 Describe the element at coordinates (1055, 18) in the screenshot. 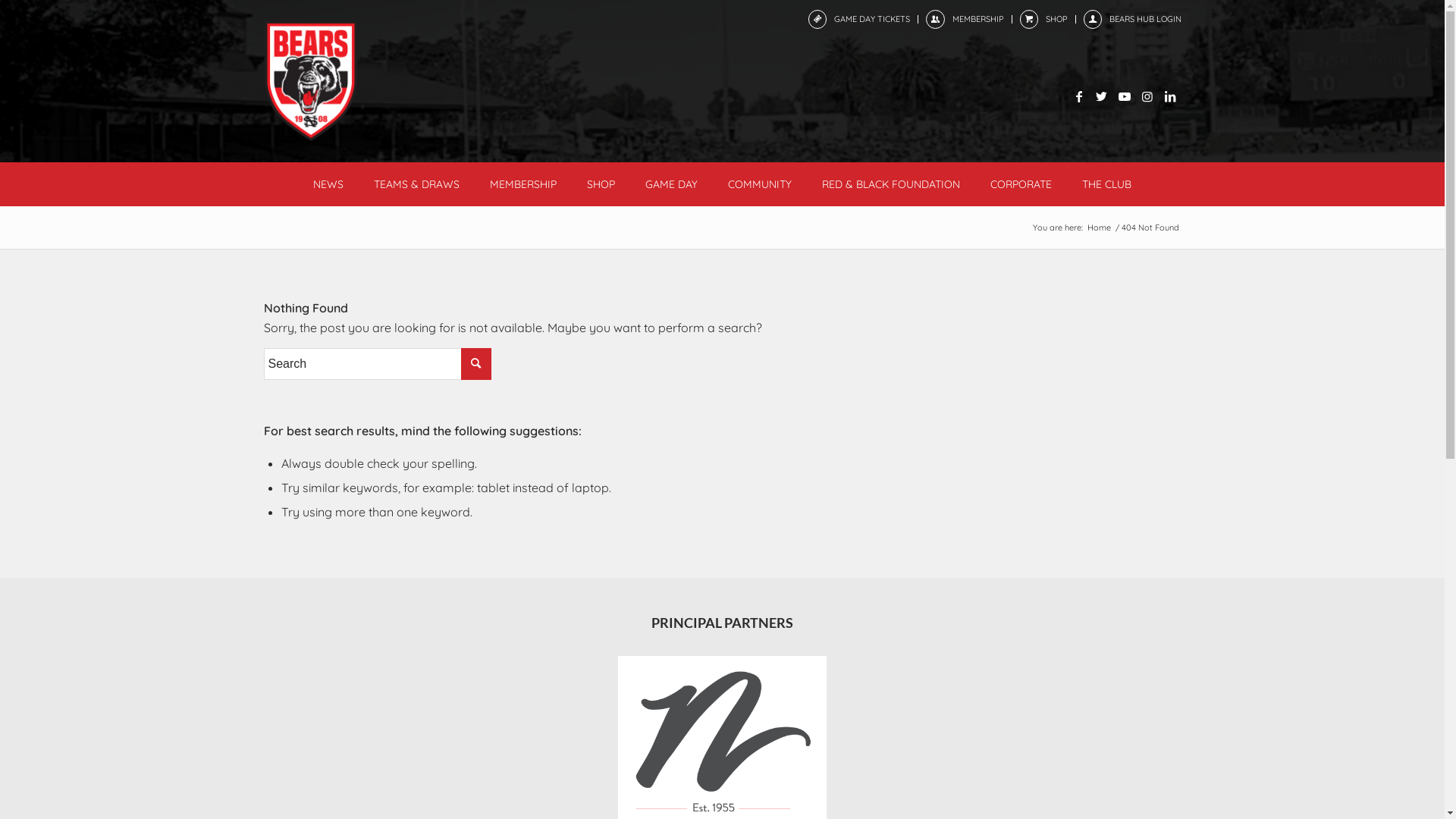

I see `'SHOP'` at that location.